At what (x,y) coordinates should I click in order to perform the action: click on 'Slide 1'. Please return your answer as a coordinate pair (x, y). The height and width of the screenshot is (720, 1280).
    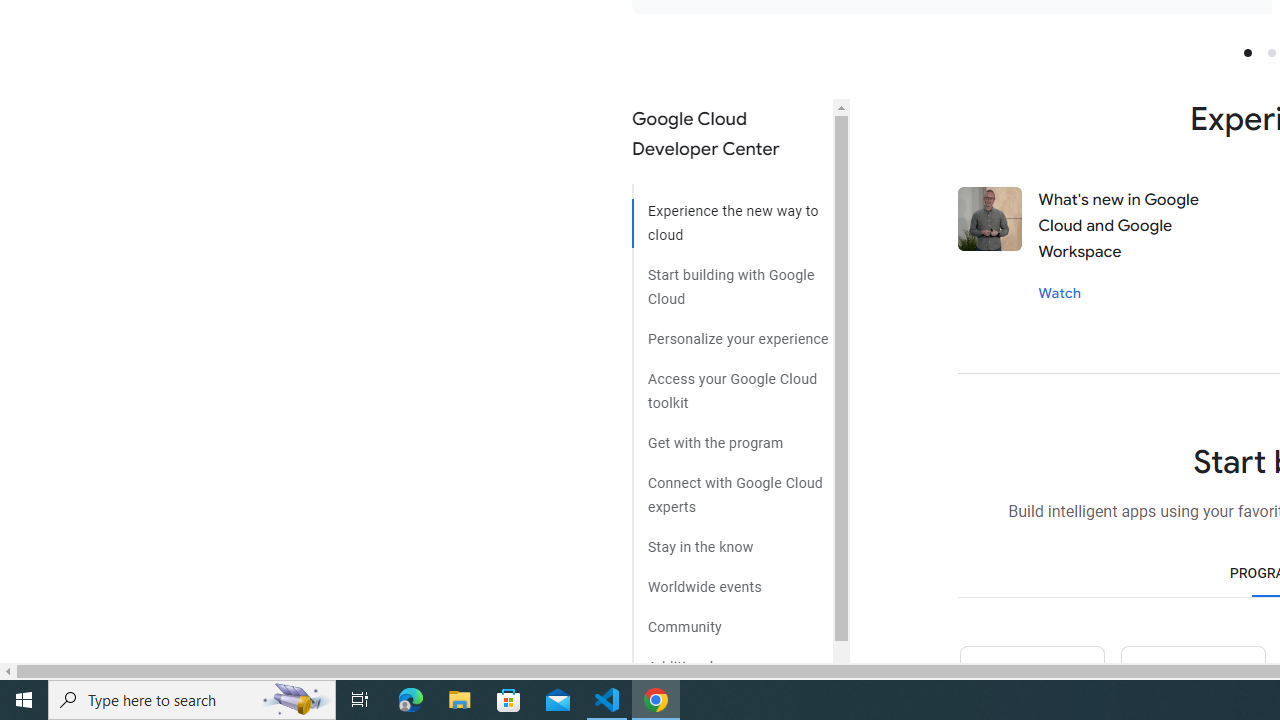
    Looking at the image, I should click on (1246, 51).